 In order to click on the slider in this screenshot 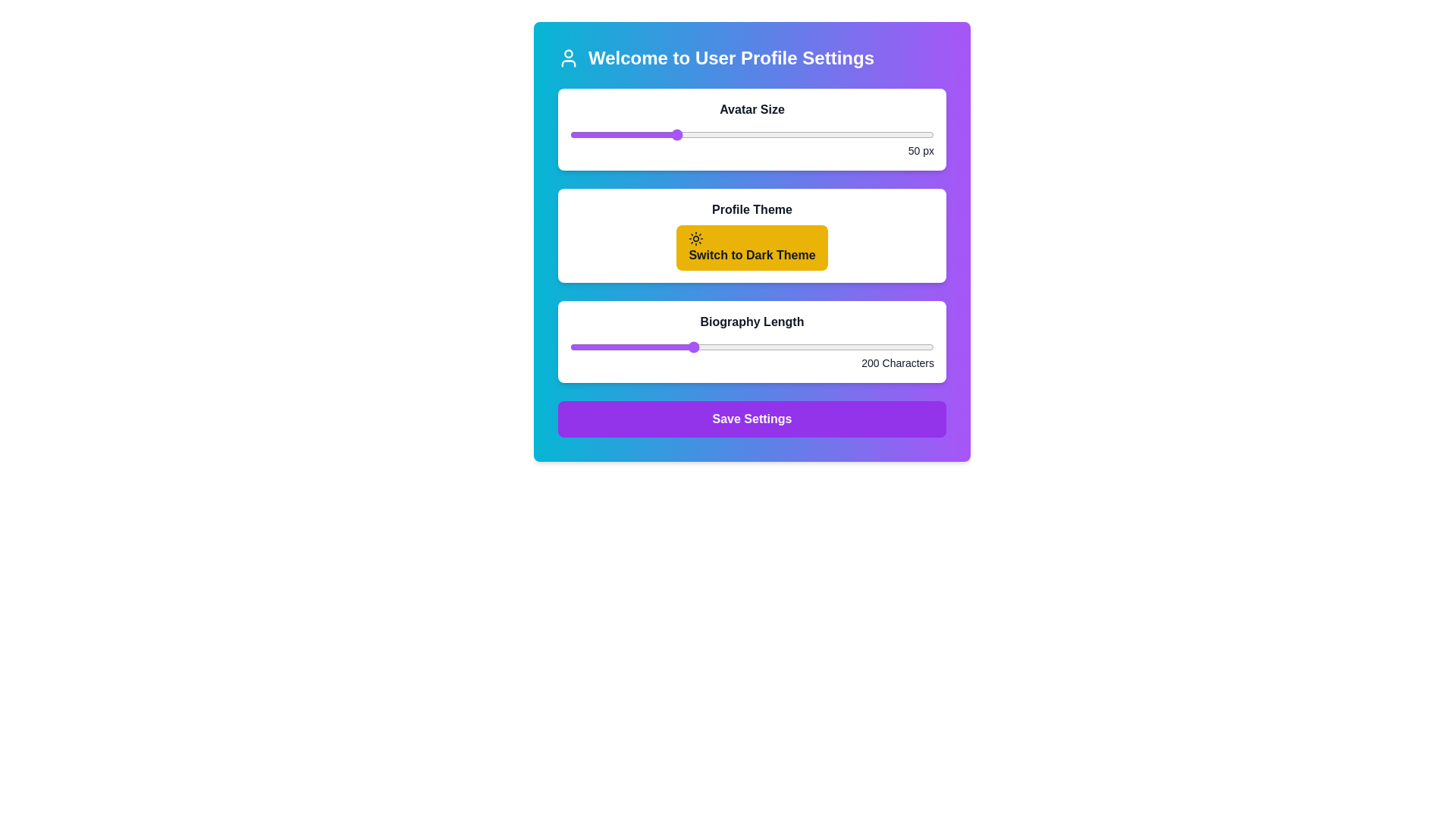, I will do `click(778, 133)`.